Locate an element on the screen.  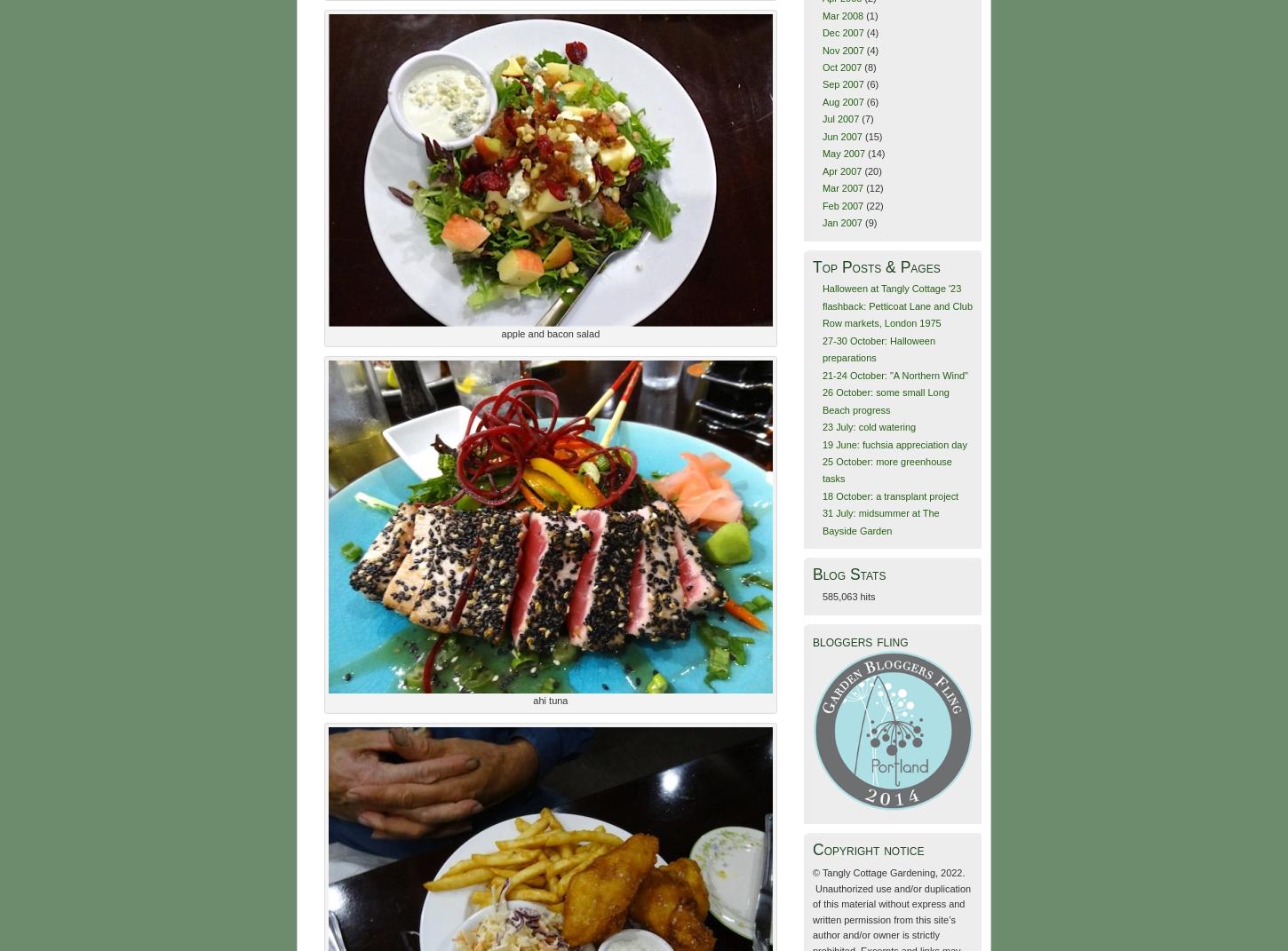
'flashback: Petticoat Lane and Club Row markets, London 1975' is located at coordinates (820, 313).